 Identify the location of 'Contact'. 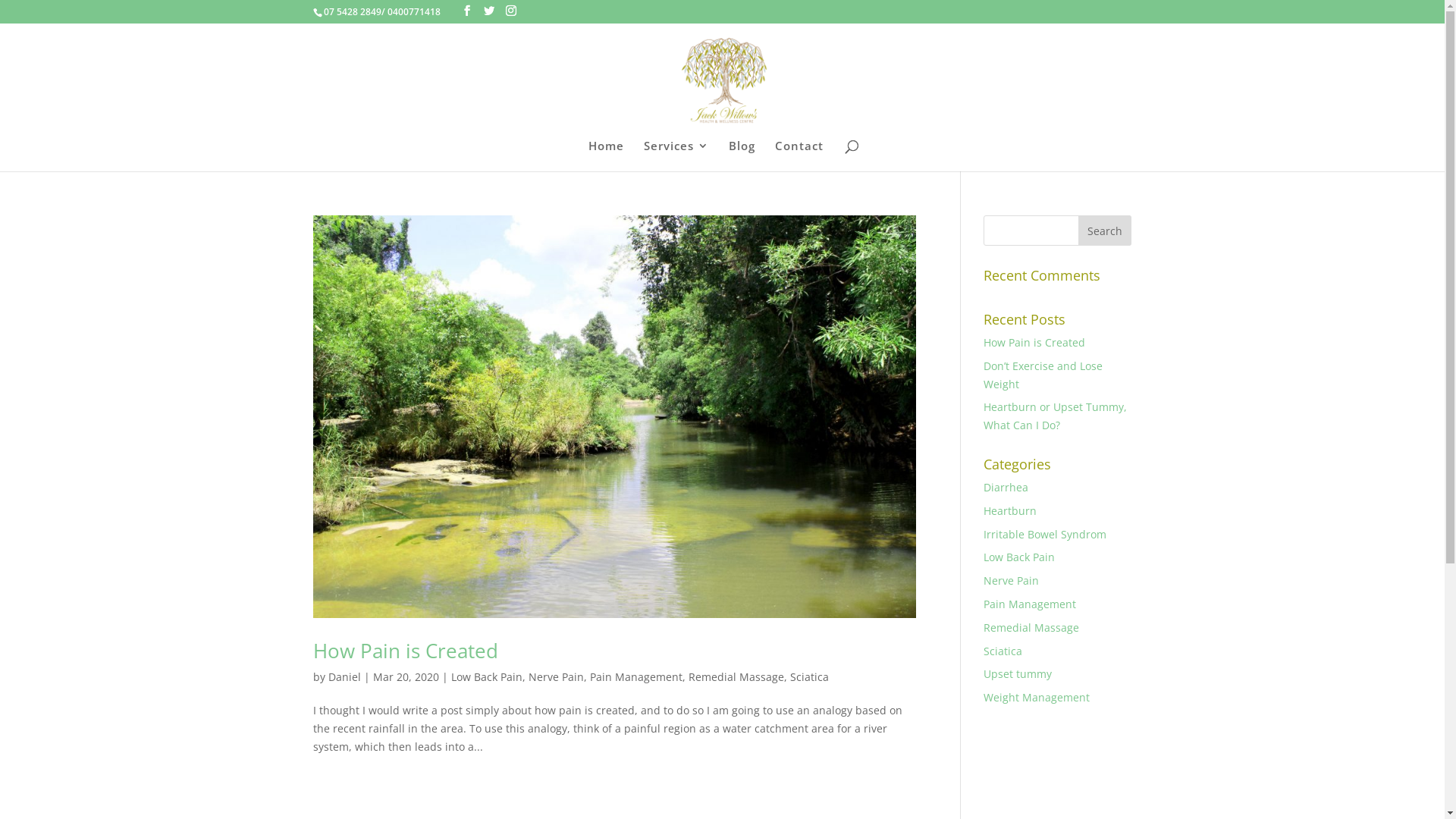
(799, 155).